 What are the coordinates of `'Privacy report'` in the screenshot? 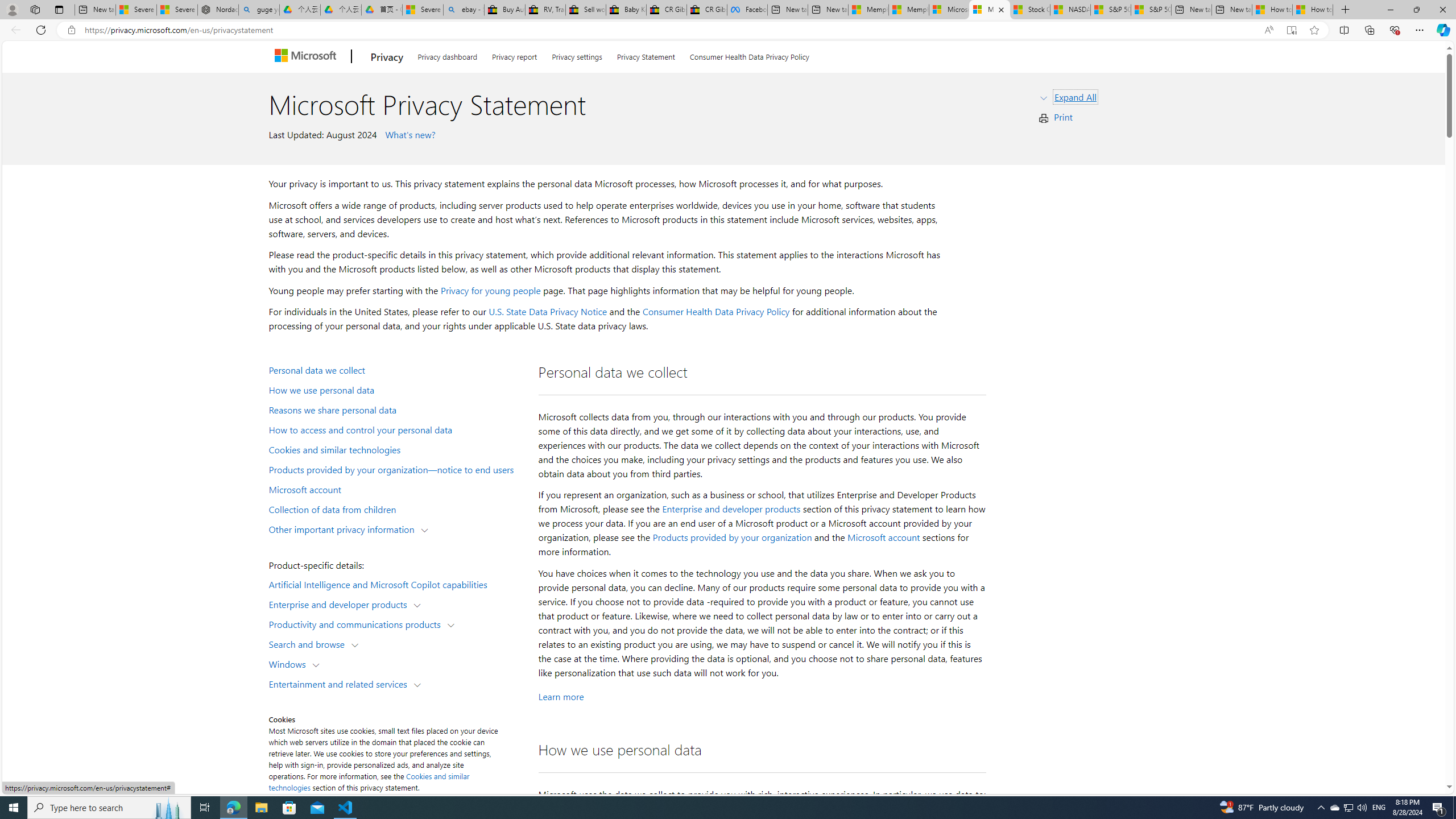 It's located at (514, 55).